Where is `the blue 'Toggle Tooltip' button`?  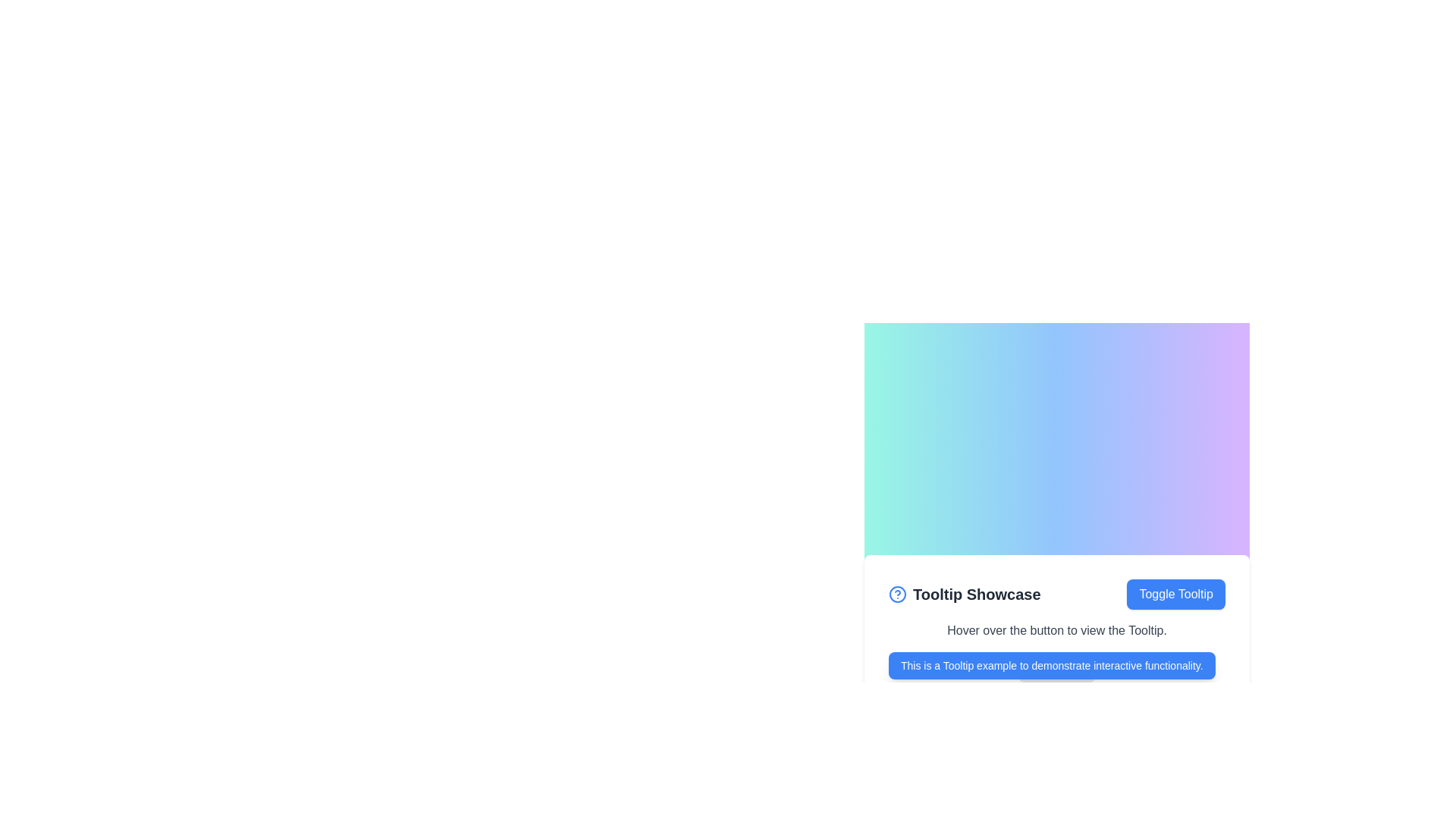 the blue 'Toggle Tooltip' button is located at coordinates (1175, 593).